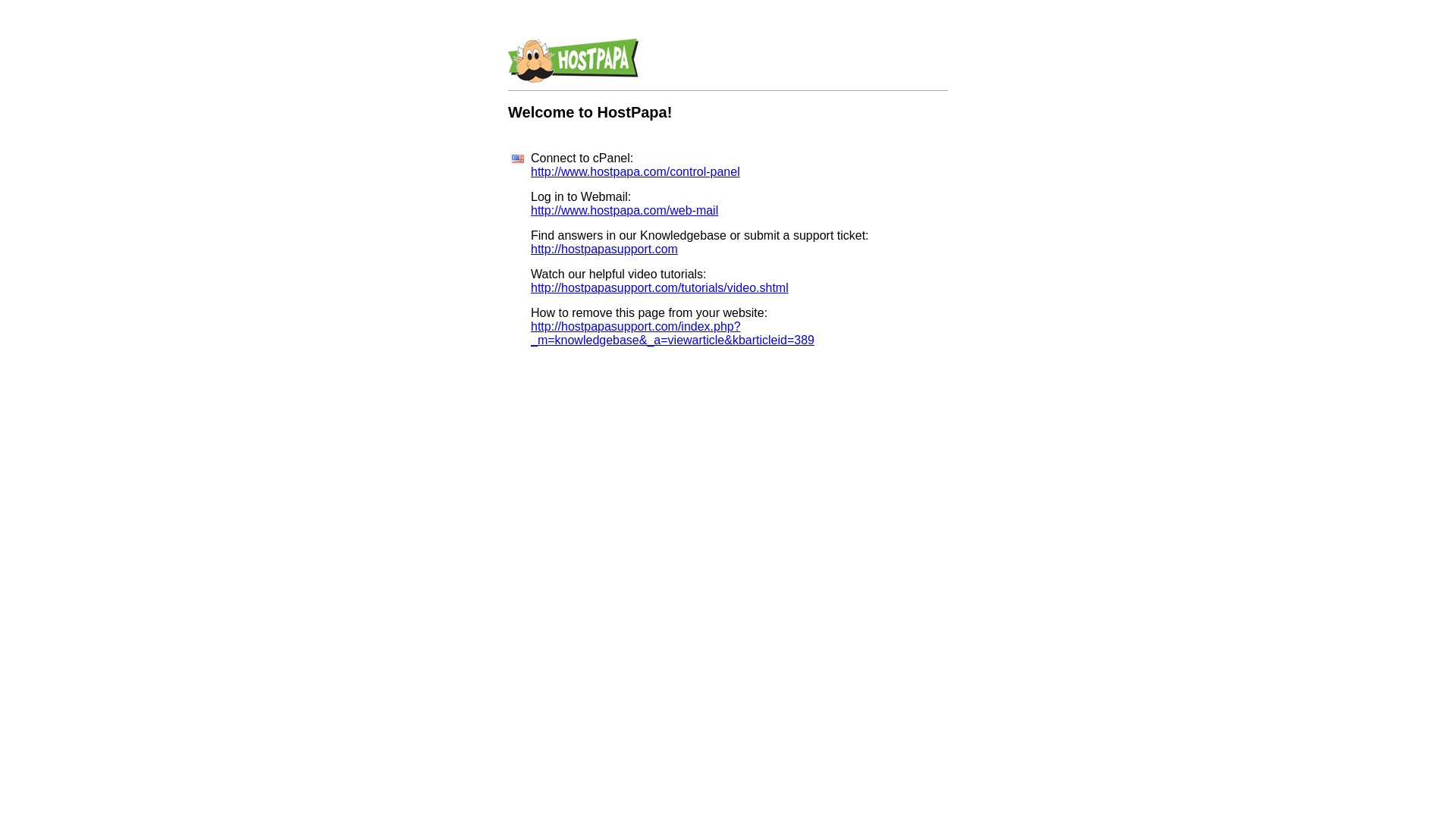  I want to click on 'http://hostpapasupport.com', so click(531, 248).